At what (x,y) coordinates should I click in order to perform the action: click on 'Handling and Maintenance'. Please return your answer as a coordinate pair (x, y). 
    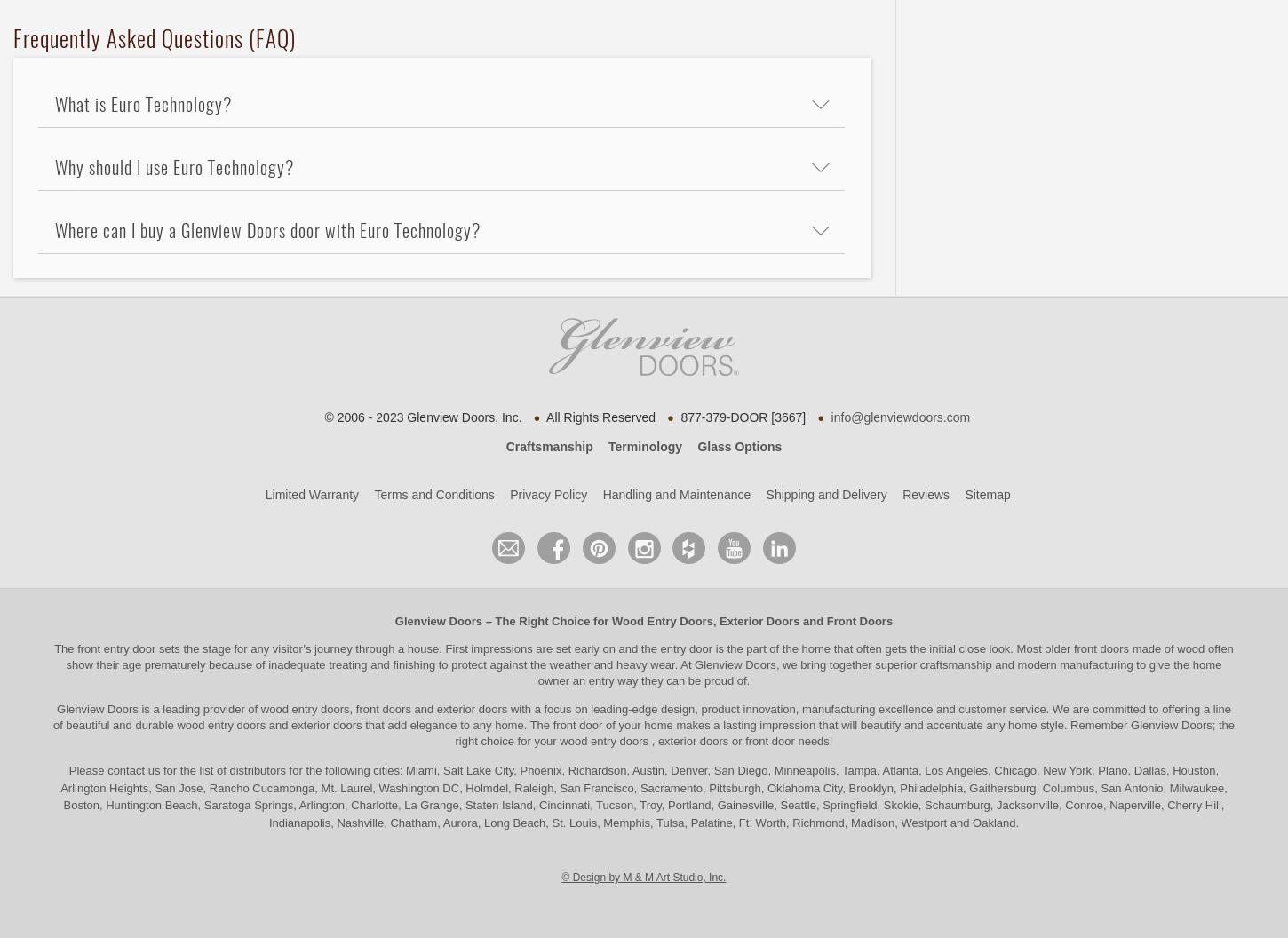
    Looking at the image, I should click on (601, 493).